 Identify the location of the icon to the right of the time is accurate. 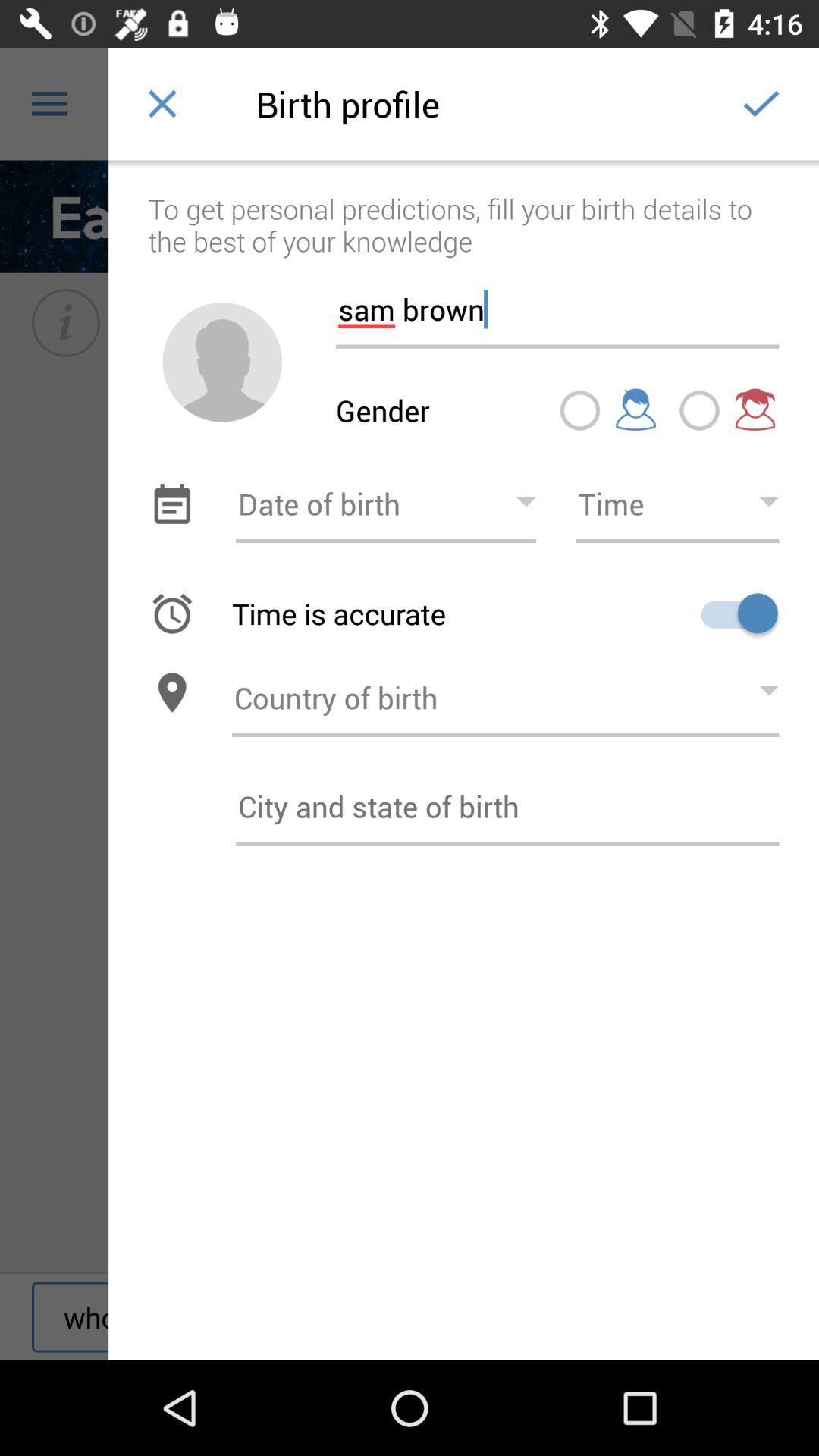
(733, 613).